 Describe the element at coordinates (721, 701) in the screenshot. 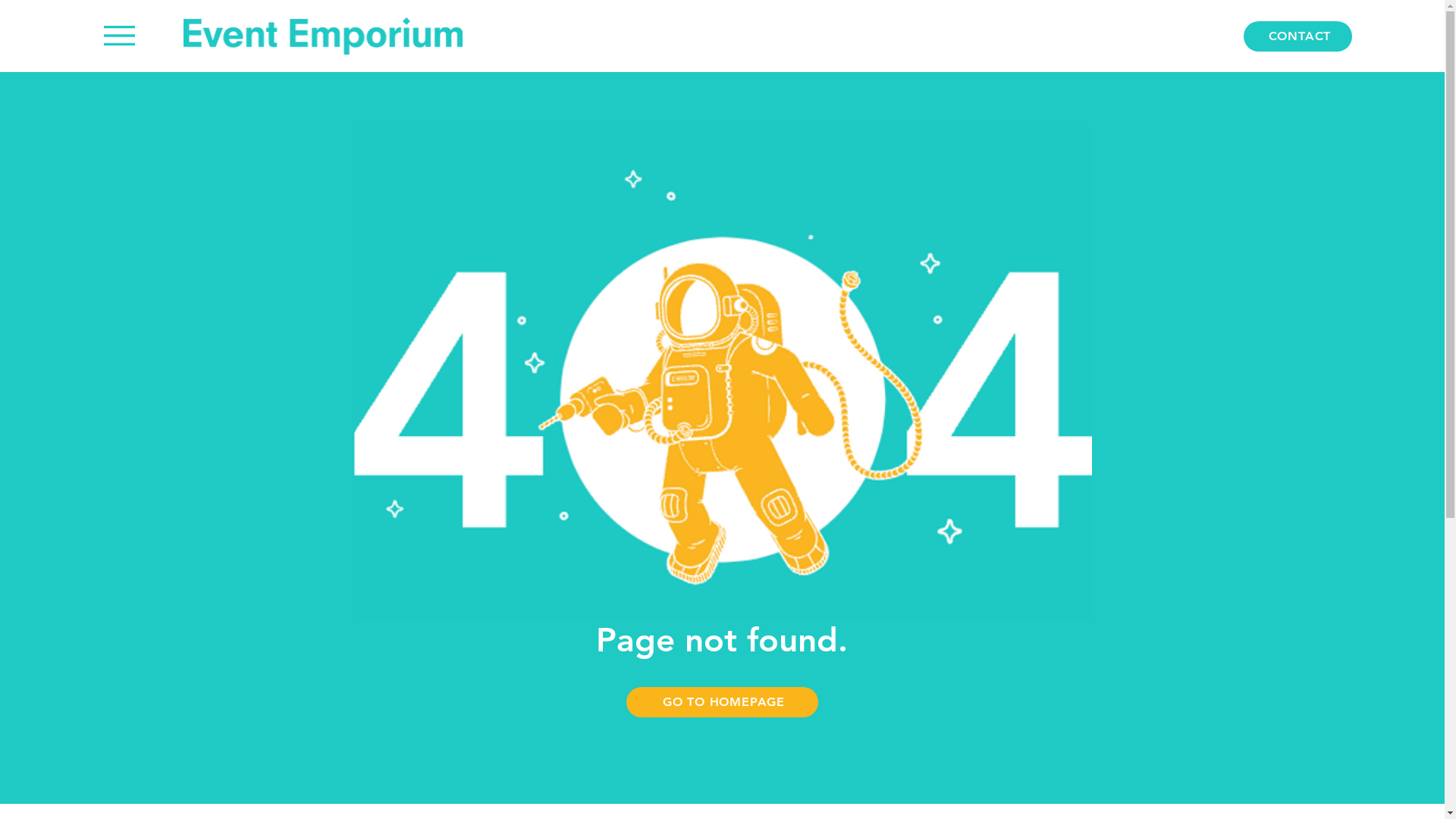

I see `'GO TO HOMEPAGE'` at that location.